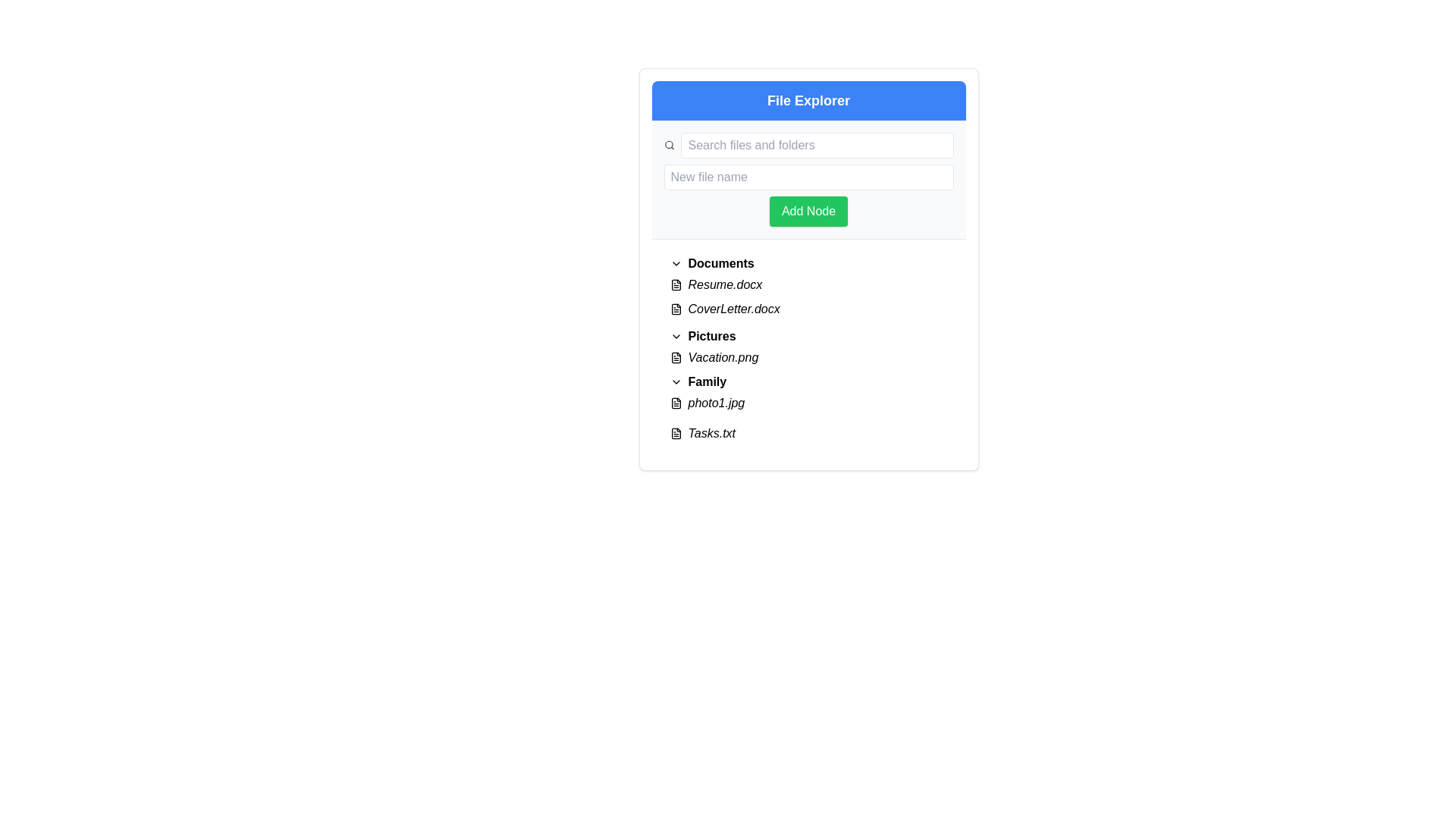 The height and width of the screenshot is (819, 1456). Describe the element at coordinates (669, 146) in the screenshot. I see `the magnifying glass icon located left of the search input field in the File Explorer section` at that location.